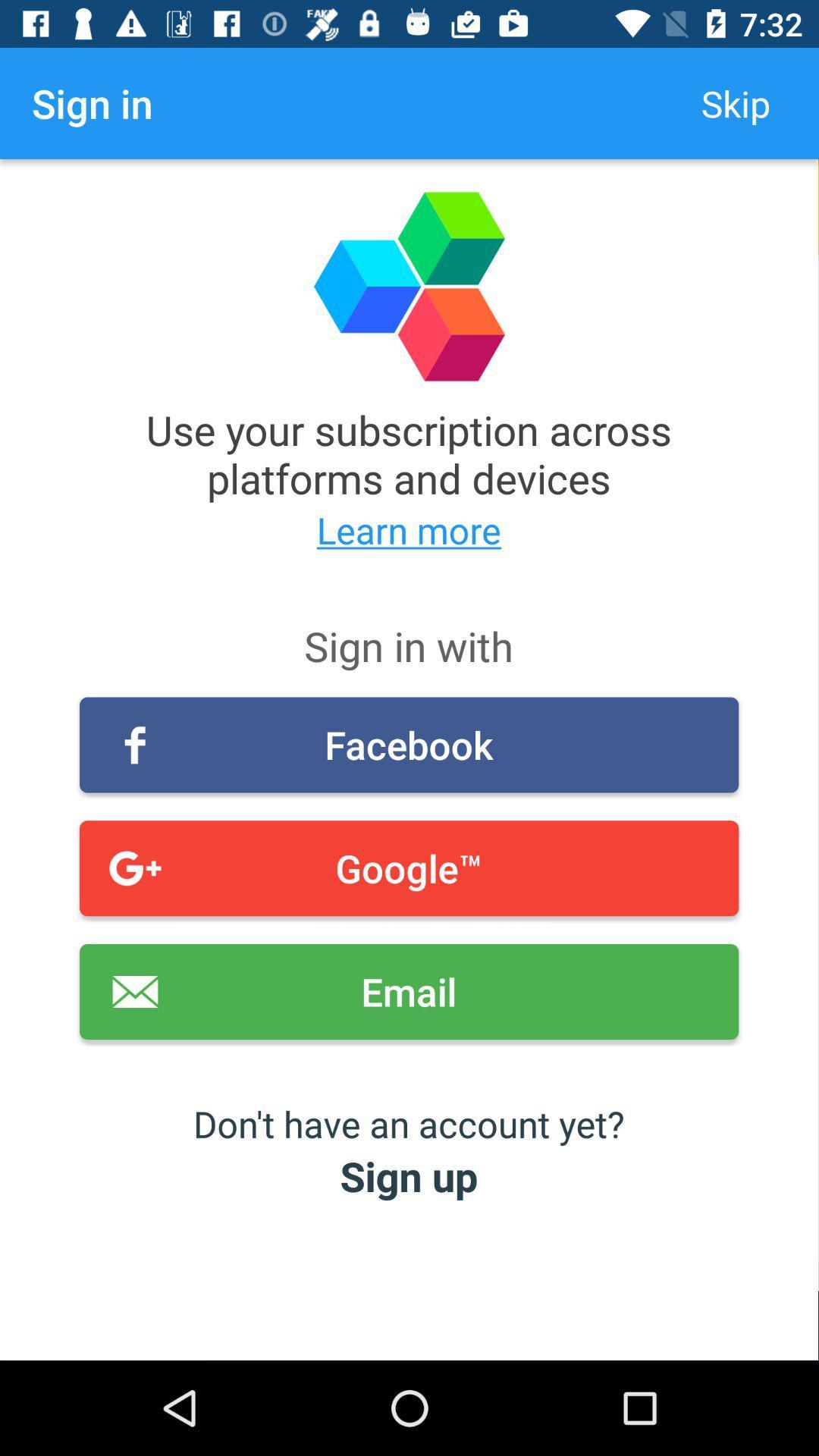 The width and height of the screenshot is (819, 1456). I want to click on item next to sign in icon, so click(735, 102).